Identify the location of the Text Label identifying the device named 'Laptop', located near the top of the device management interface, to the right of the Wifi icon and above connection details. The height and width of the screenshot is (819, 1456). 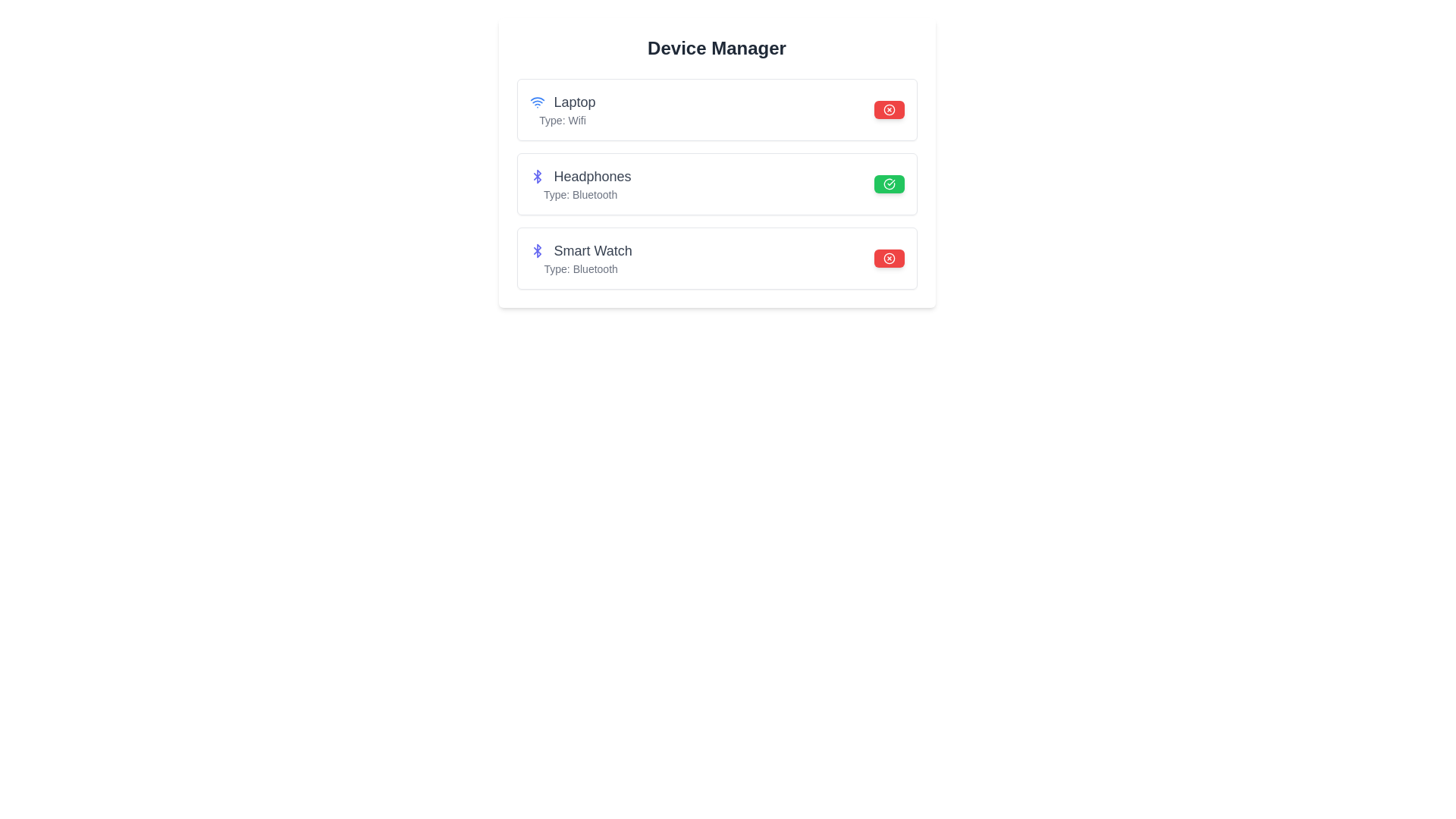
(562, 102).